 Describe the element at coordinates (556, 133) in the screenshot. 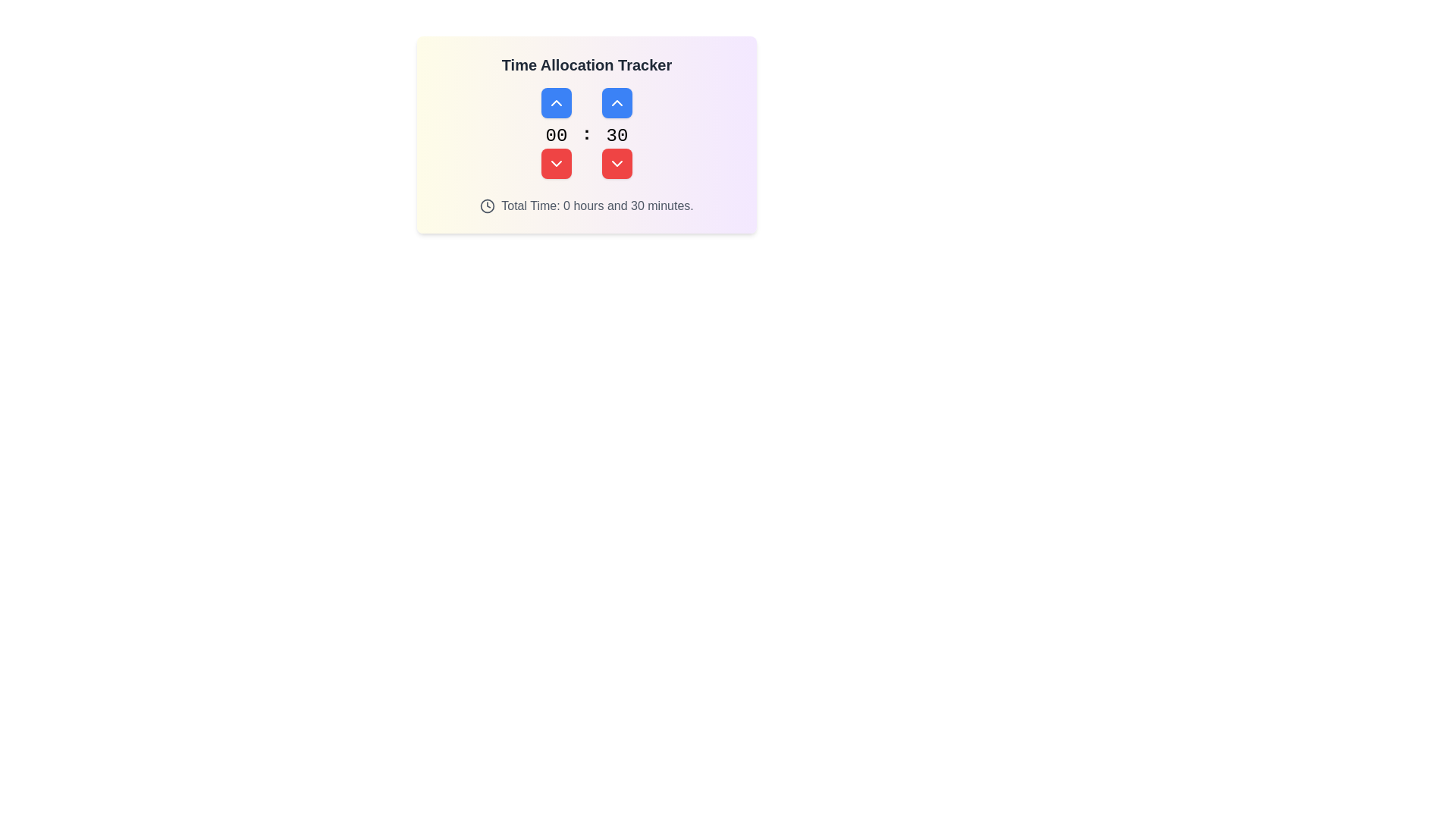

I see `the Numeric Display that shows the current hour value in the time selection interface, located on the left side of the two-column layout` at that location.